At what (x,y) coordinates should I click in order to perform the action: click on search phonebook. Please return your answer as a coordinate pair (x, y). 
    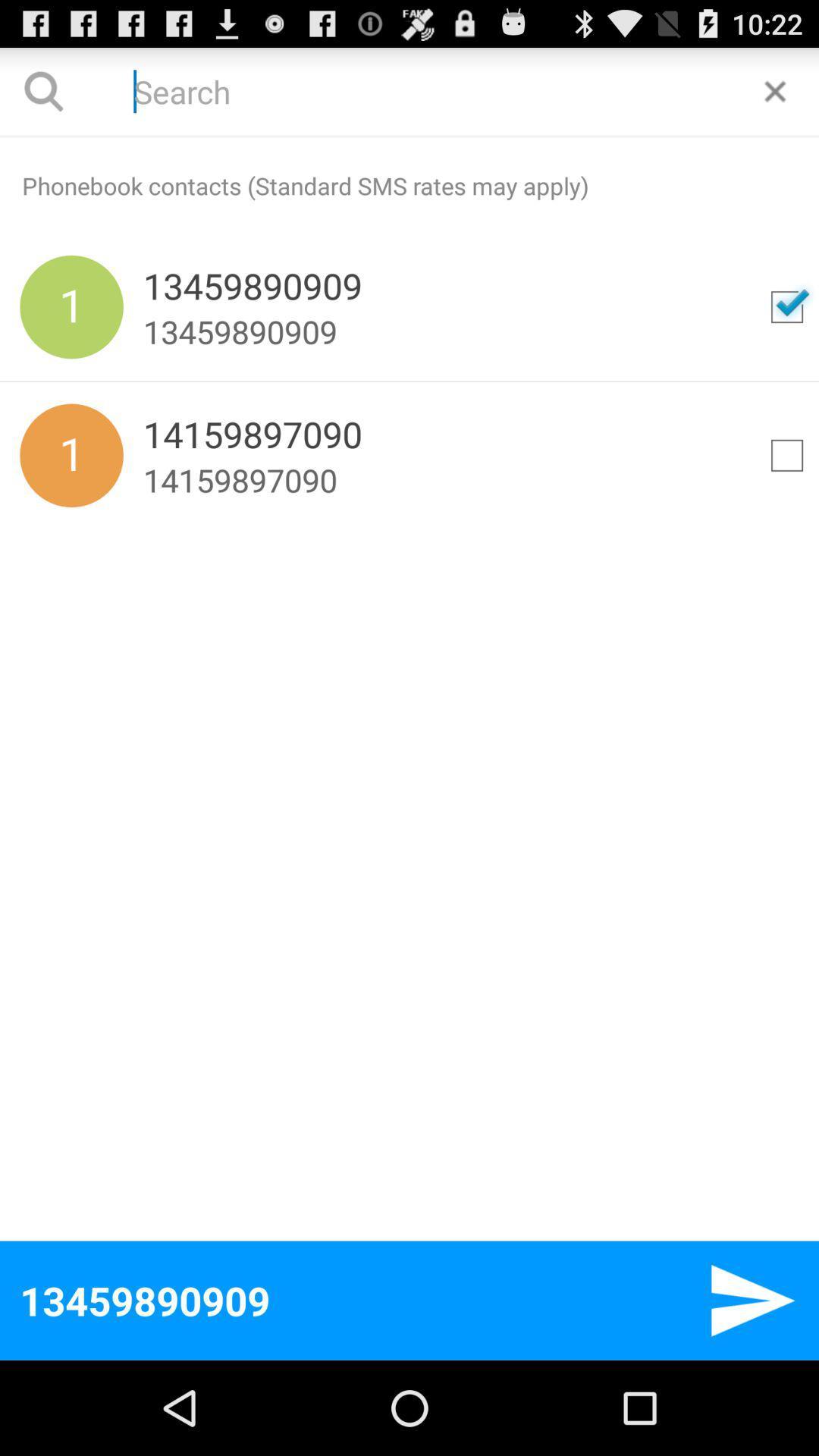
    Looking at the image, I should click on (409, 90).